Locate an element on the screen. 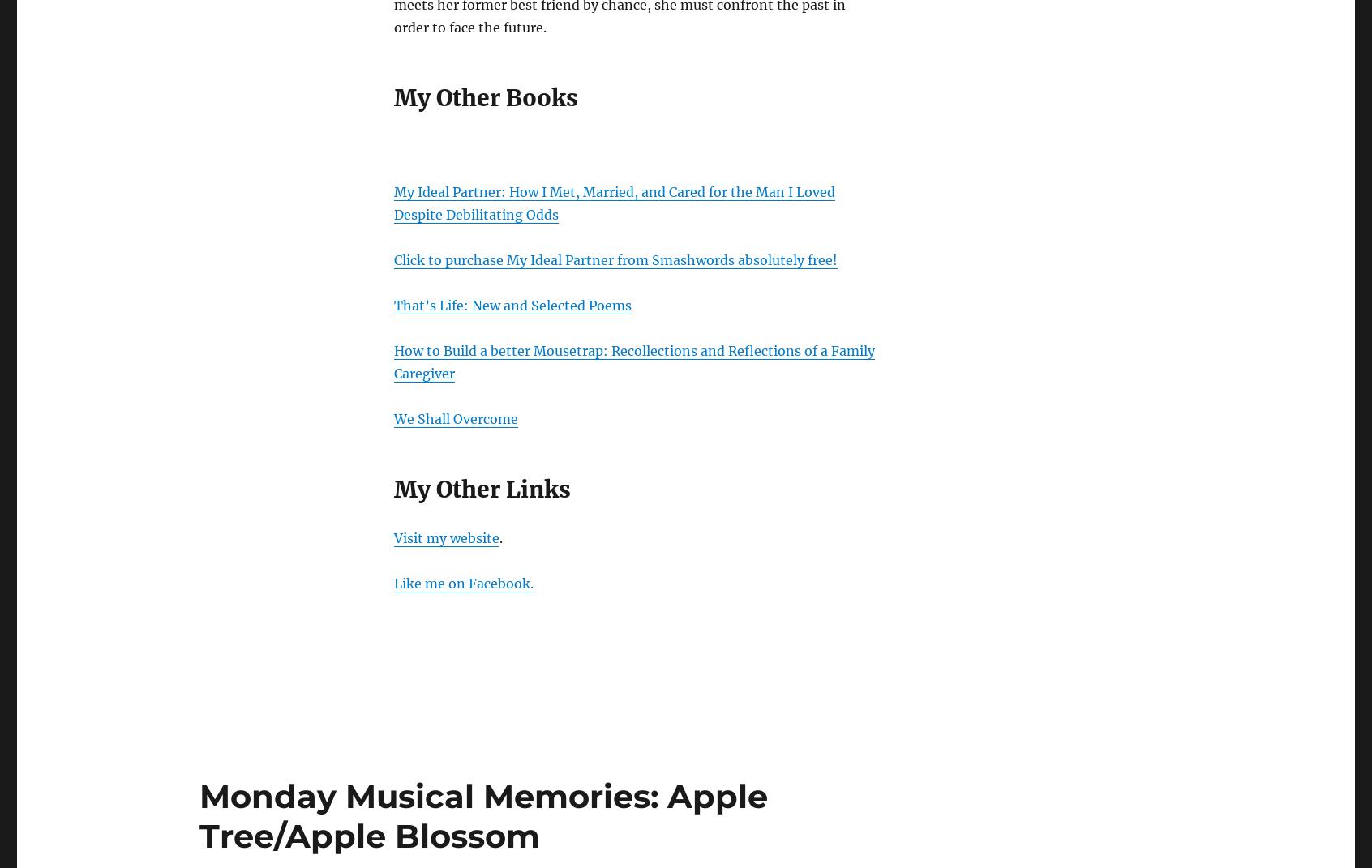  'Click to purchase My Ideal Partner from Smashwords absolutely free!' is located at coordinates (615, 259).